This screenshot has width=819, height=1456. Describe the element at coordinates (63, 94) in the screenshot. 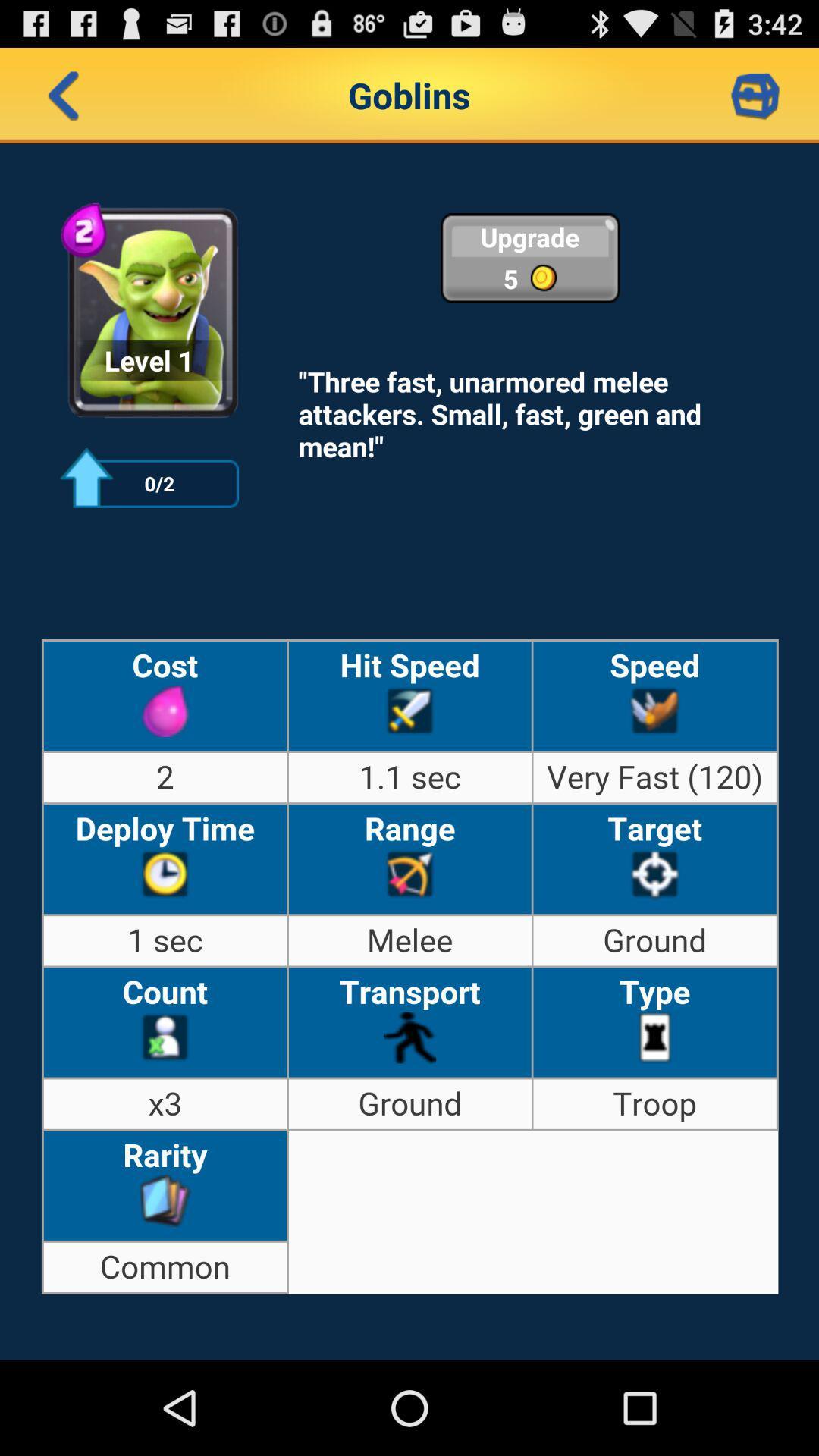

I see `back` at that location.